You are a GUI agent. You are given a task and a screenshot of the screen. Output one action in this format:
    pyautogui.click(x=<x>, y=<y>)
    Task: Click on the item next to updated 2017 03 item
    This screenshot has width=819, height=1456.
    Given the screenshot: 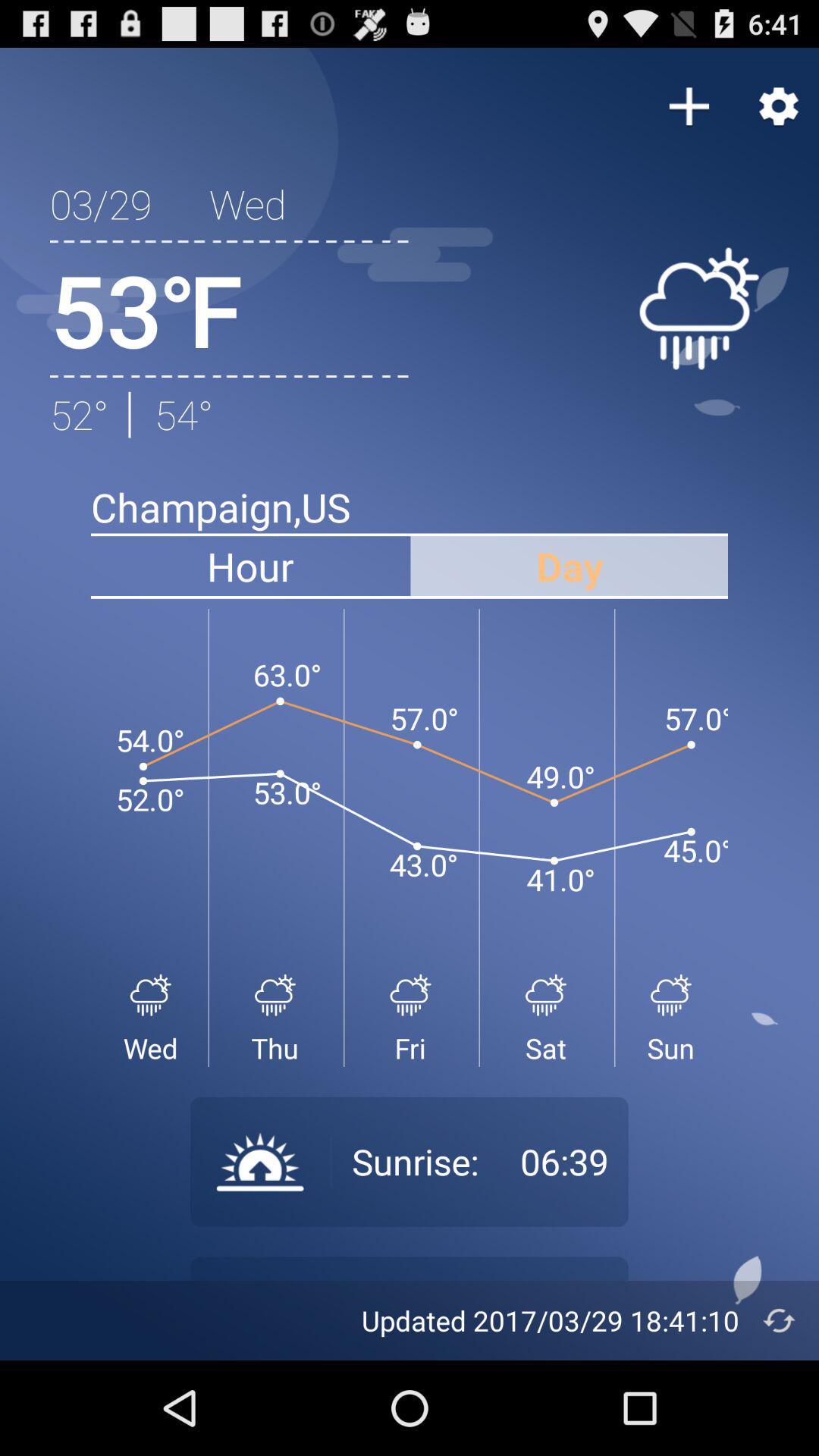 What is the action you would take?
    pyautogui.click(x=779, y=1319)
    